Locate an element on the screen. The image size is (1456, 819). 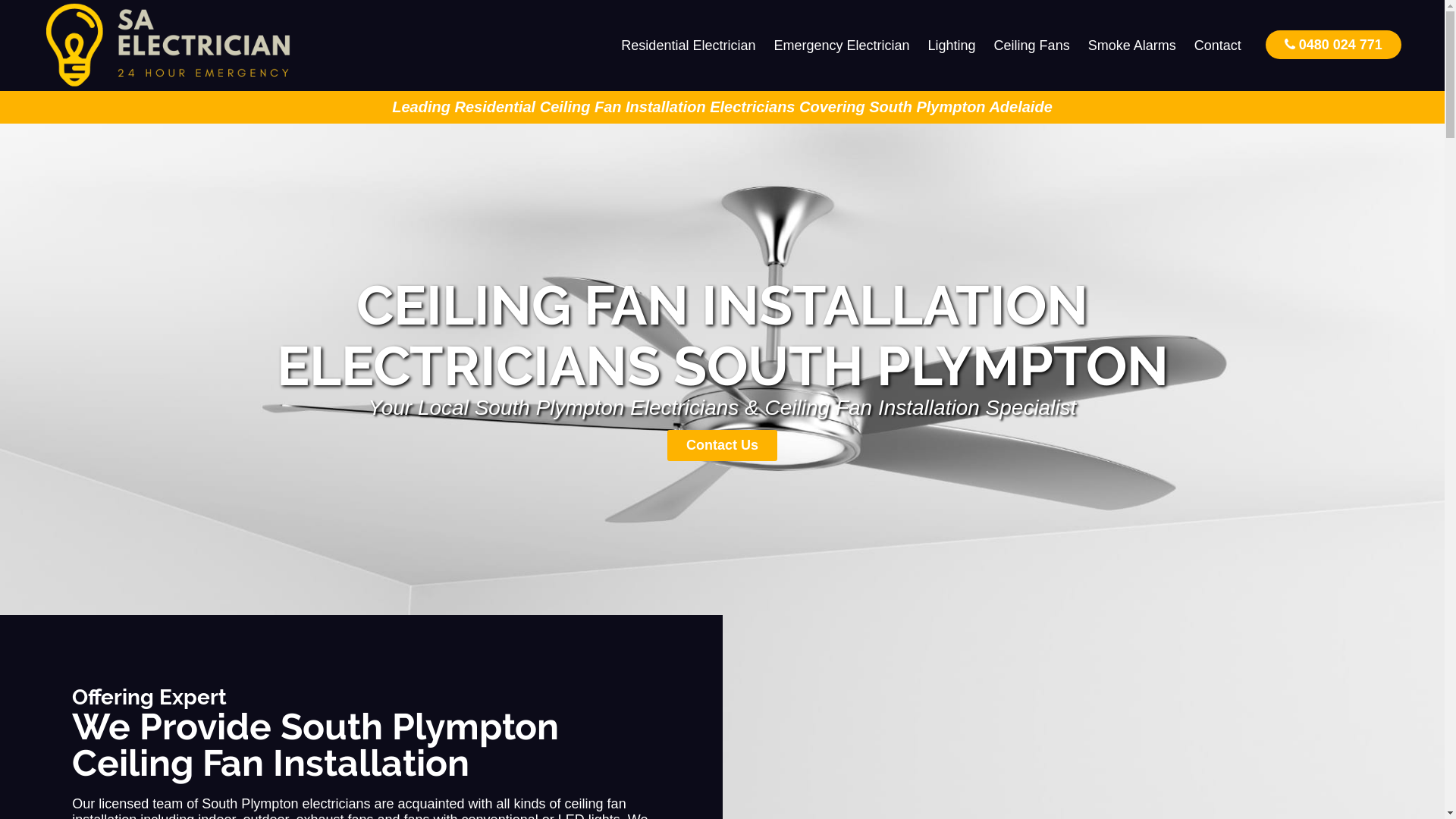
'Lighting' is located at coordinates (951, 45).